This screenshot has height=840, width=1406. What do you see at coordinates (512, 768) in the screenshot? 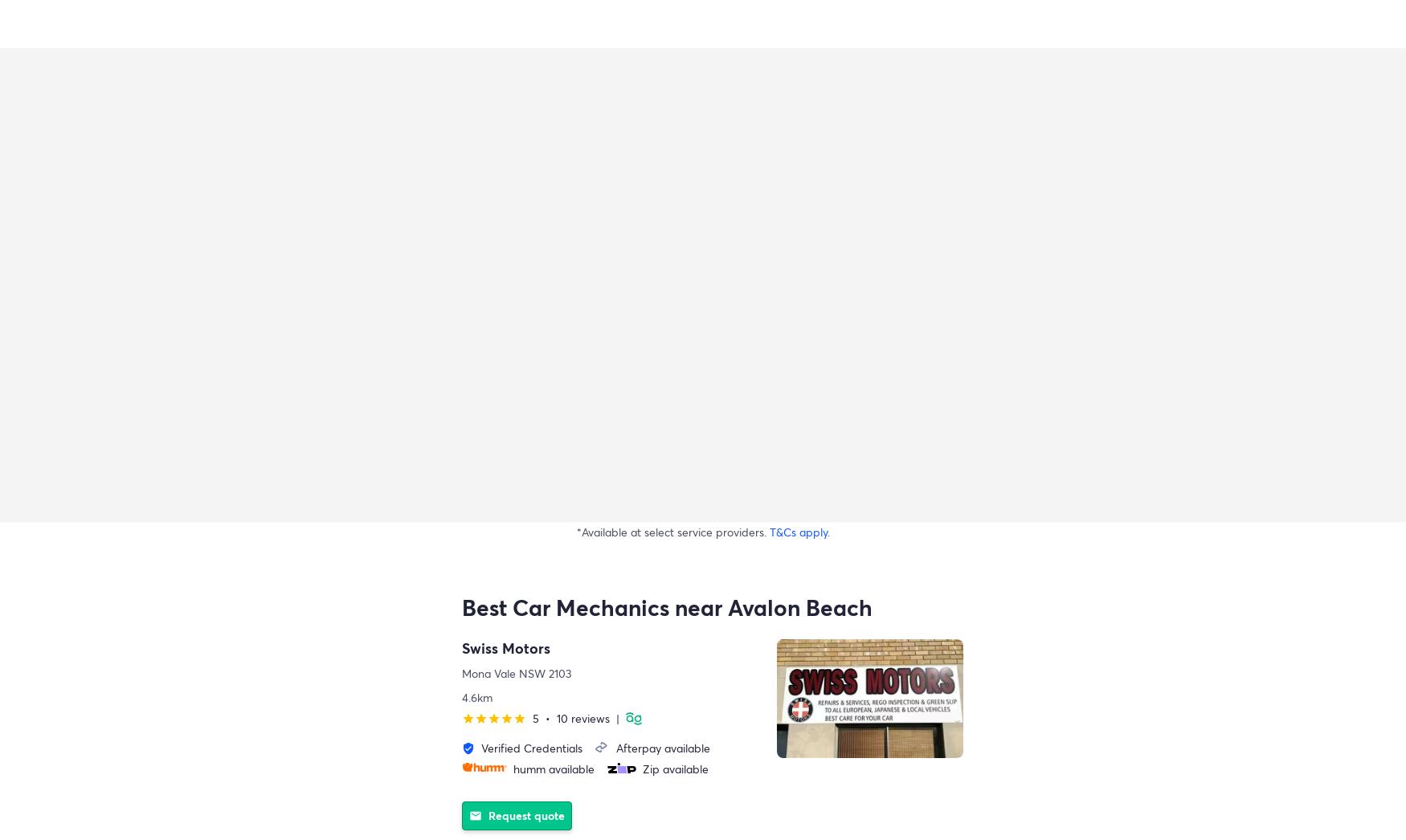
I see `'humm available'` at bounding box center [512, 768].